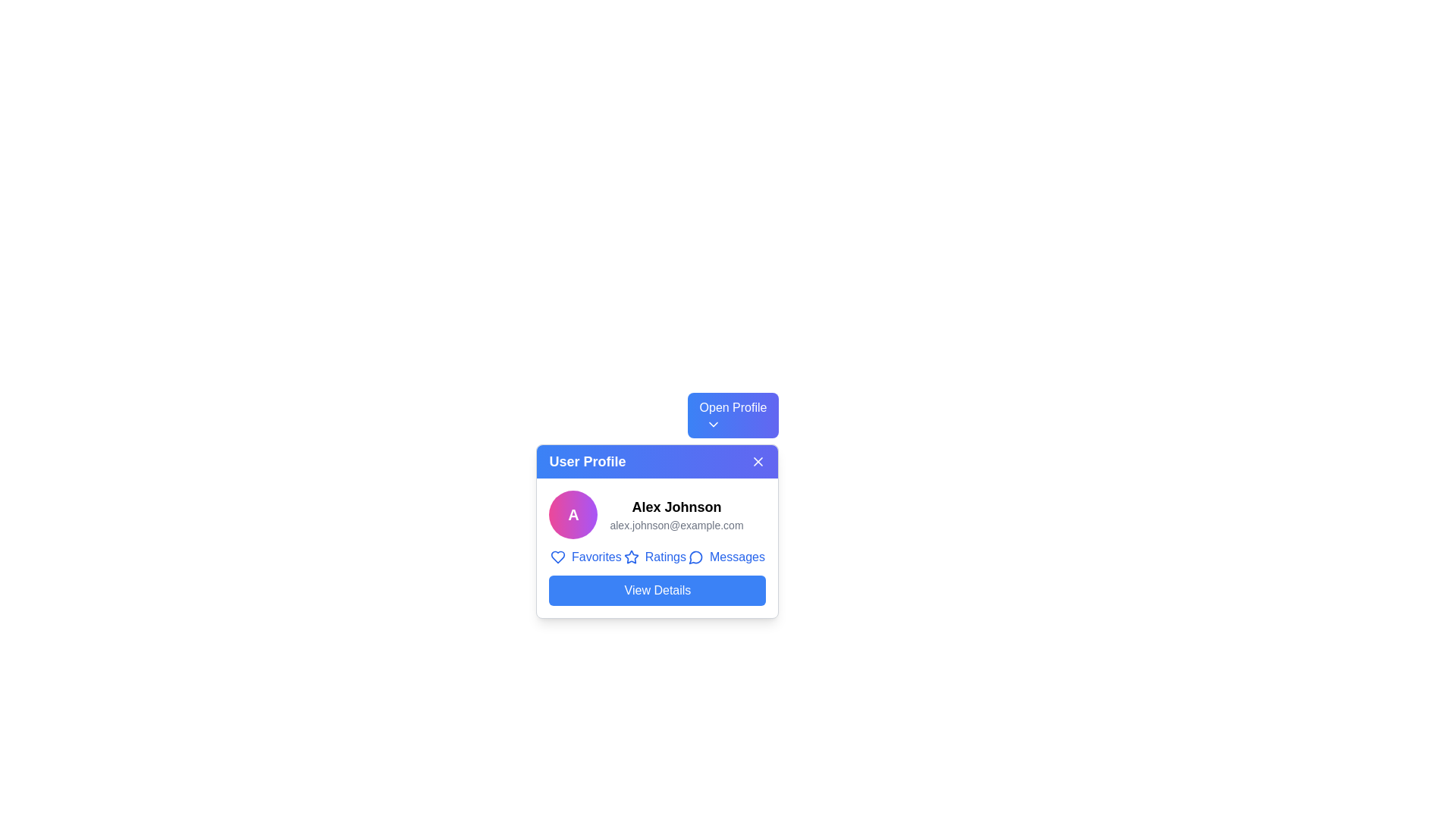 The width and height of the screenshot is (1456, 819). Describe the element at coordinates (657, 590) in the screenshot. I see `the button located at the bottom of the user profile card` at that location.